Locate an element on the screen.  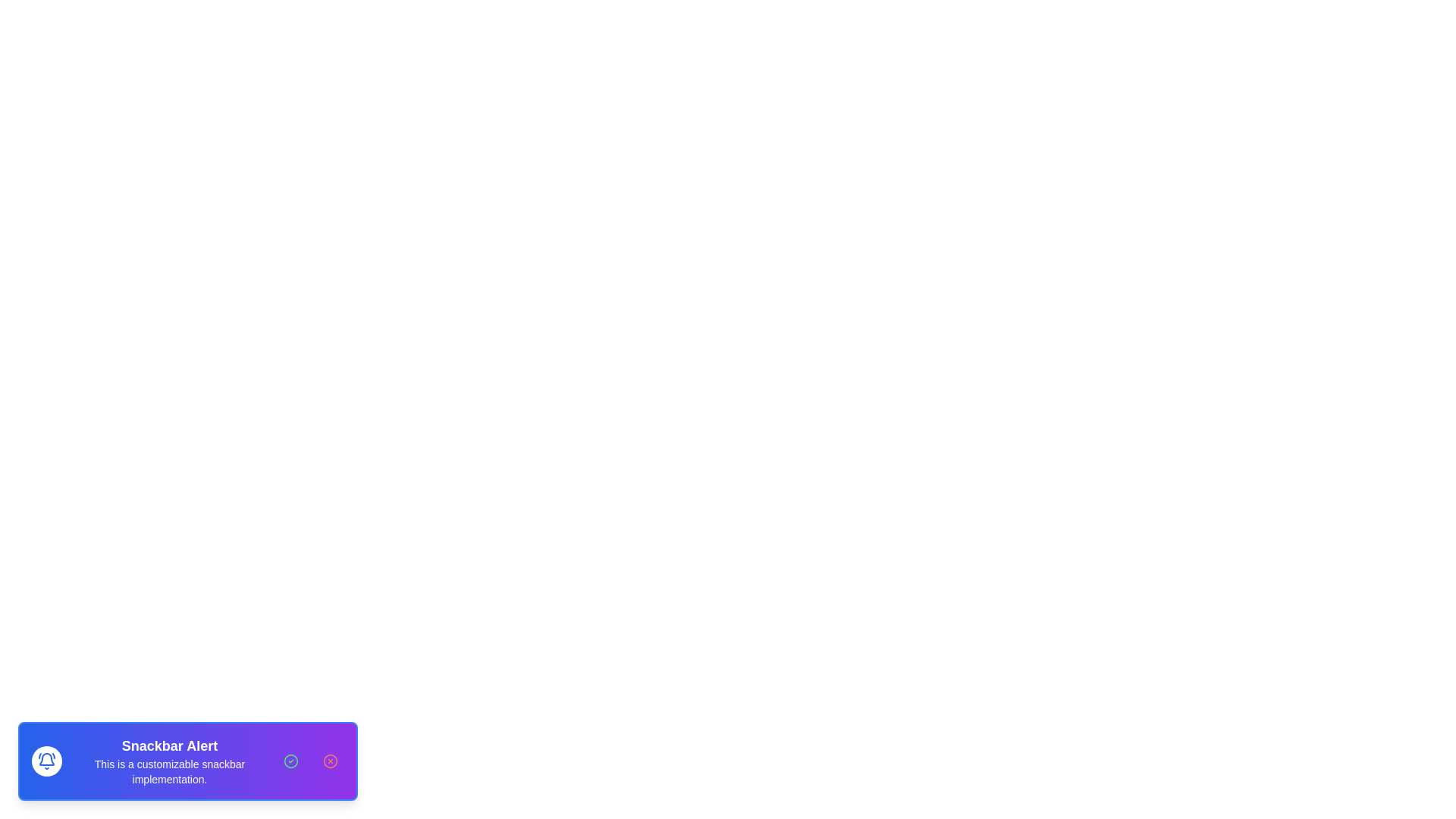
the close button to hide the snackbar is located at coordinates (330, 761).